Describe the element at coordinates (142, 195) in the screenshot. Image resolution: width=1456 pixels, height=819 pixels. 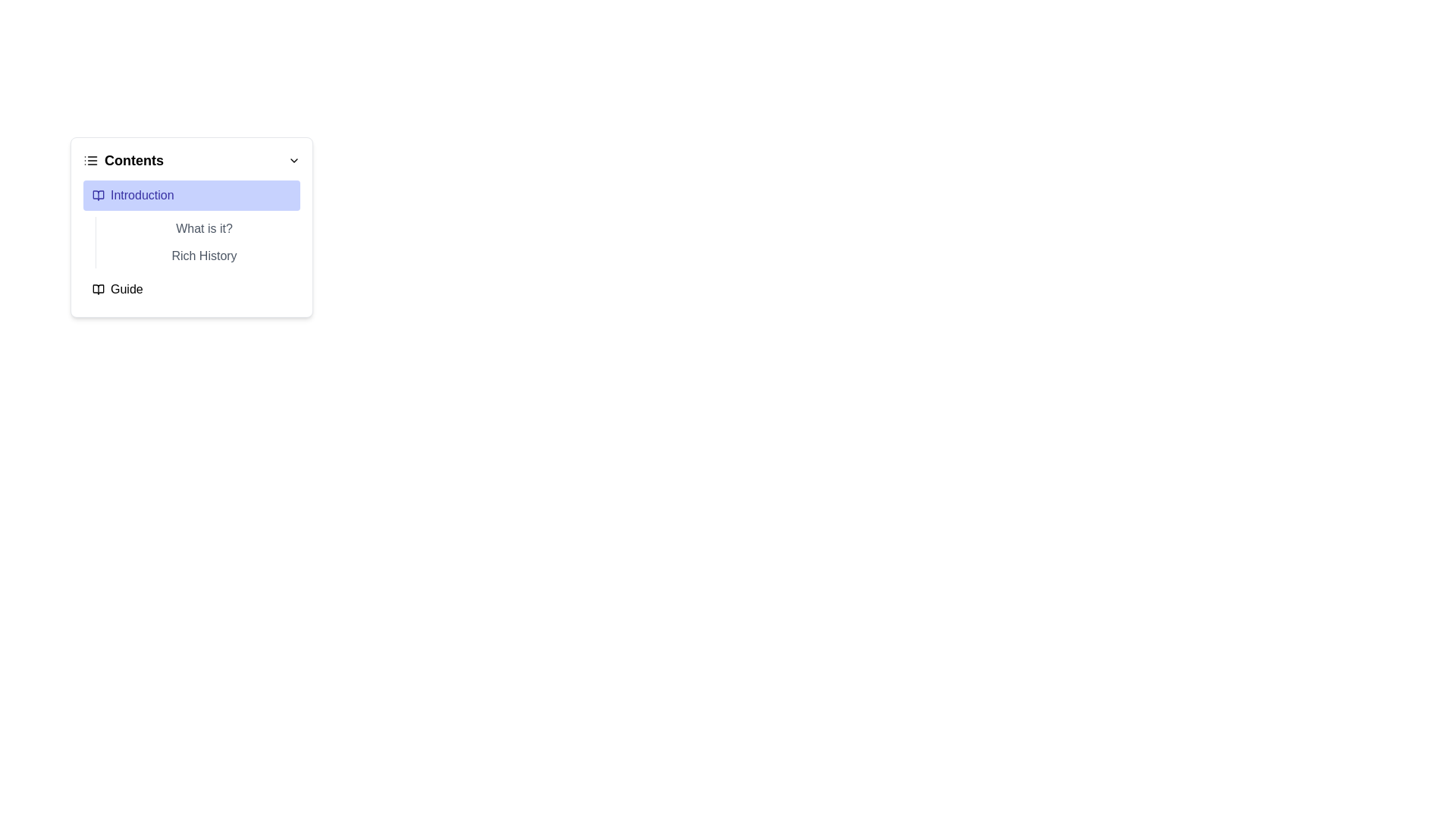
I see `the 'Introduction' text label in the sidebar menu` at that location.